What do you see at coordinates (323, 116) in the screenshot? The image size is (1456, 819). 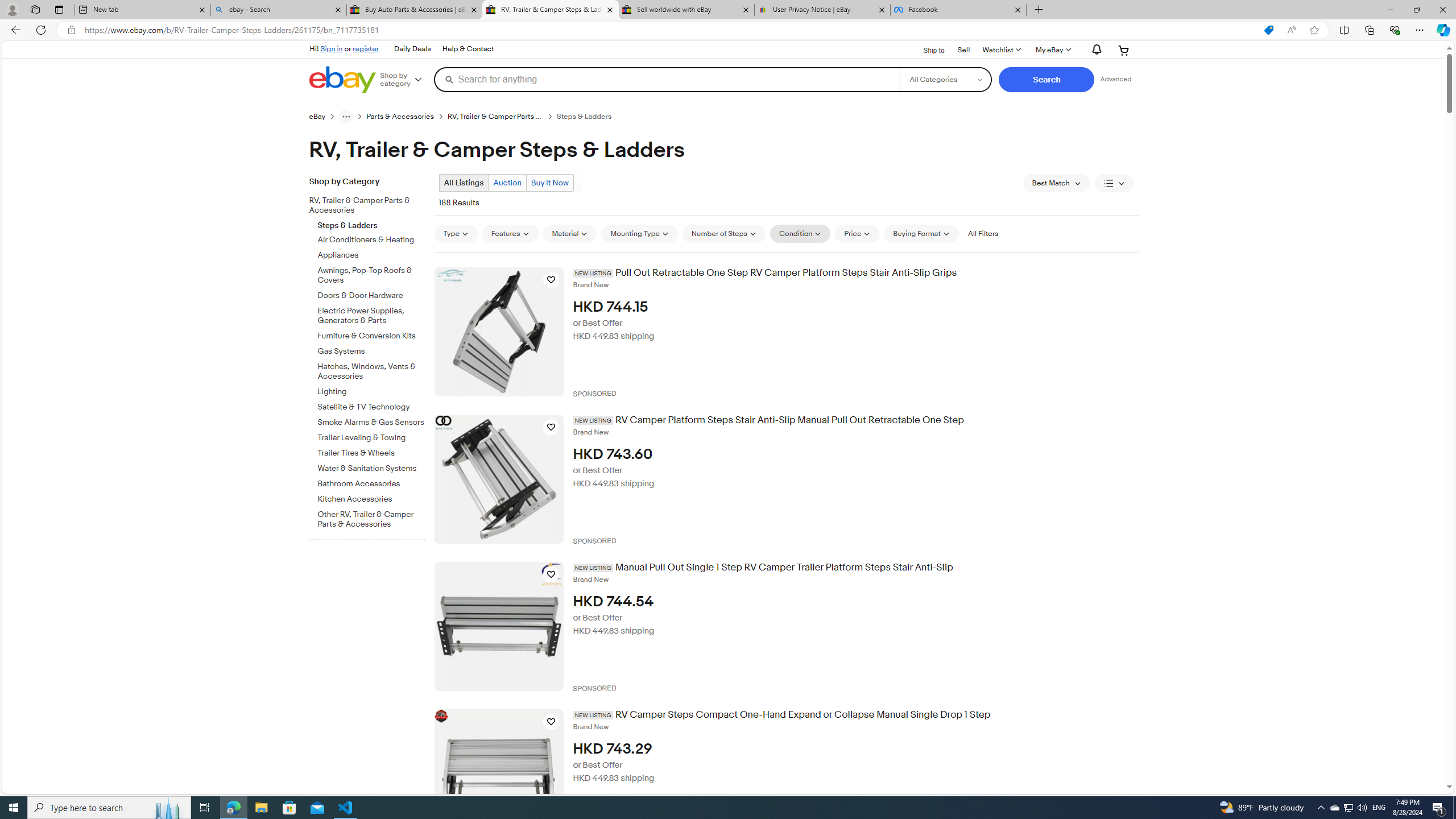 I see `'eBay'` at bounding box center [323, 116].